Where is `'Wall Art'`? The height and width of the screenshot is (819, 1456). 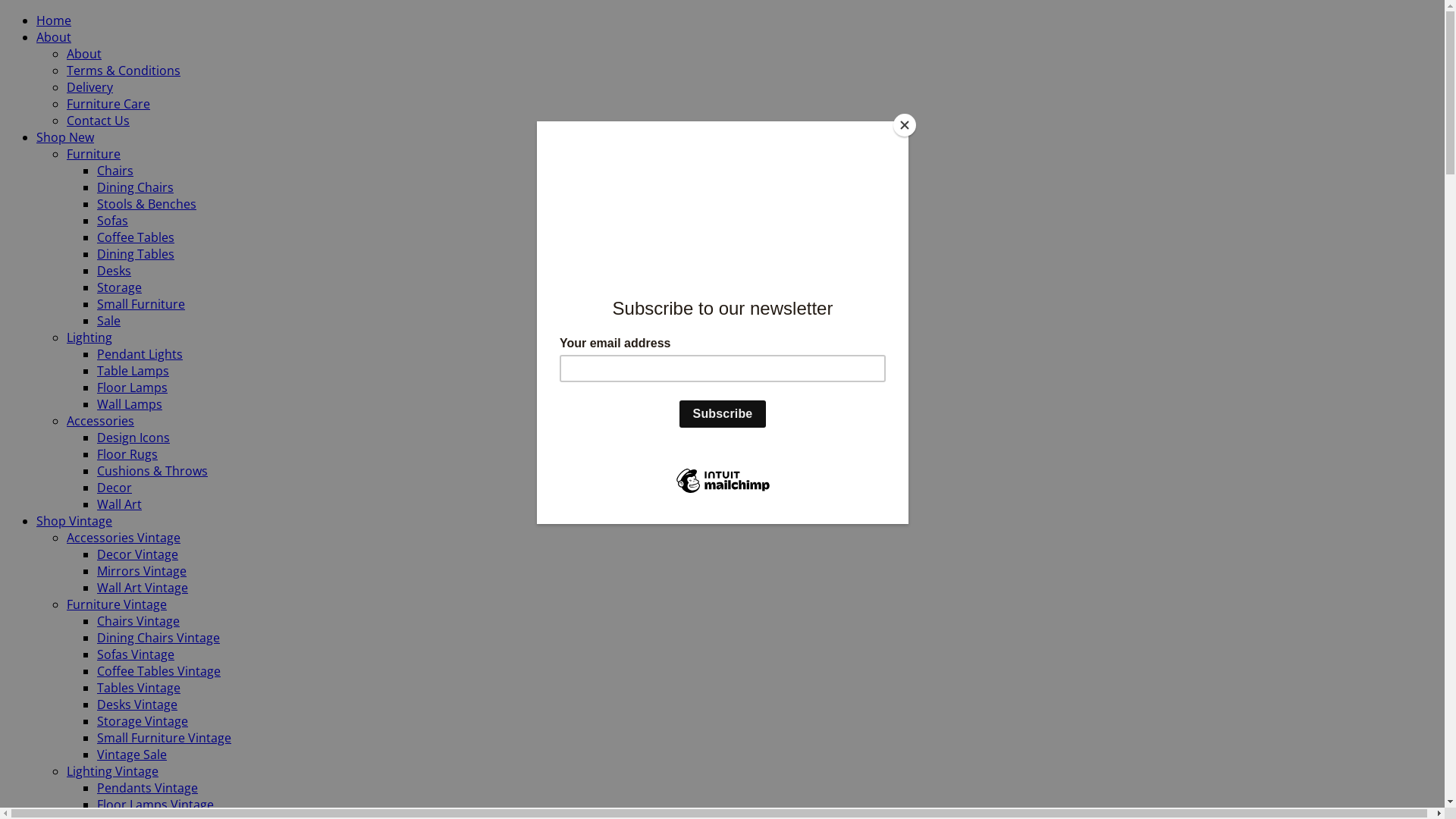 'Wall Art' is located at coordinates (118, 504).